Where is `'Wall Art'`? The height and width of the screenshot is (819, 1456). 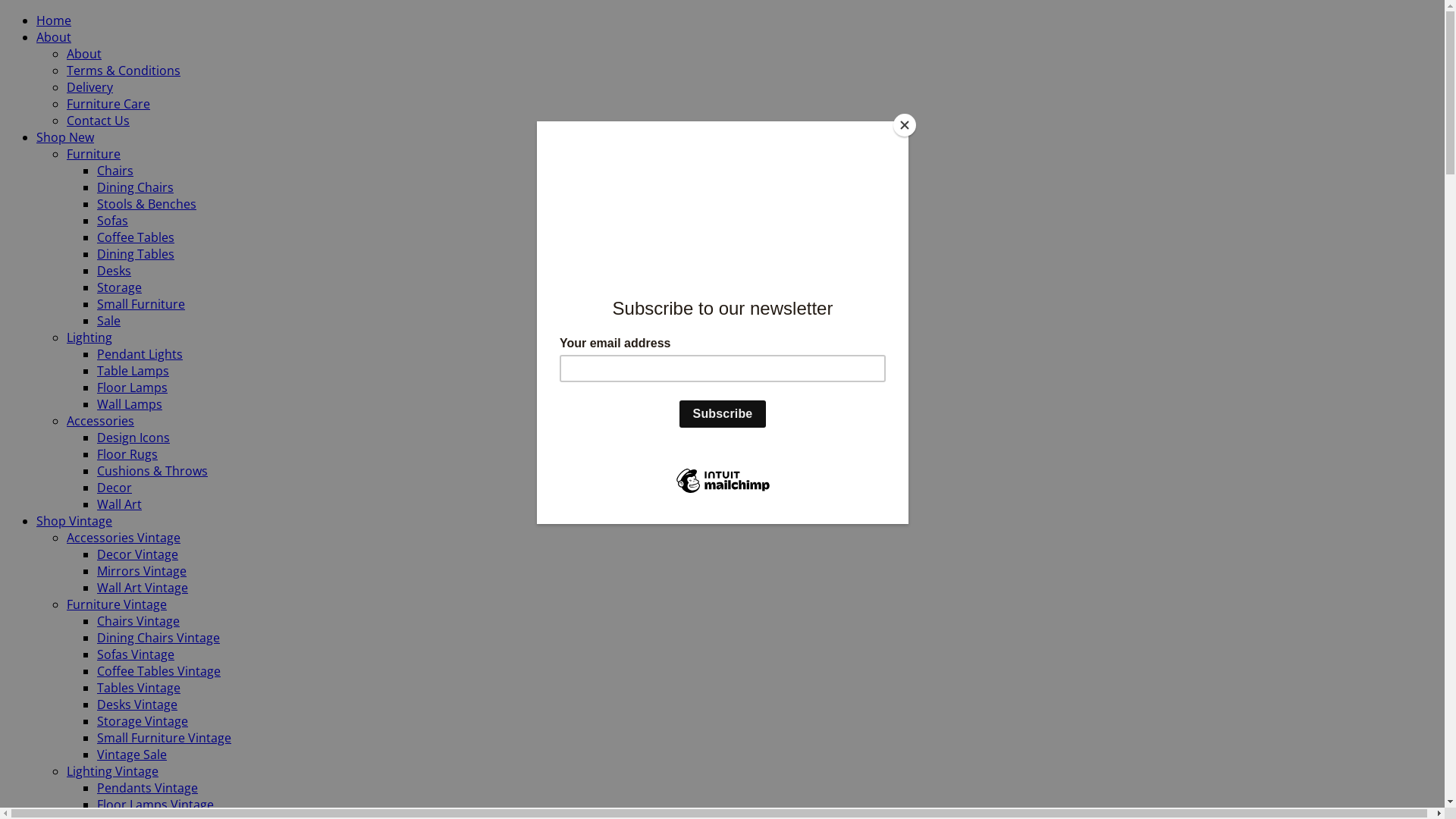 'Wall Art' is located at coordinates (118, 504).